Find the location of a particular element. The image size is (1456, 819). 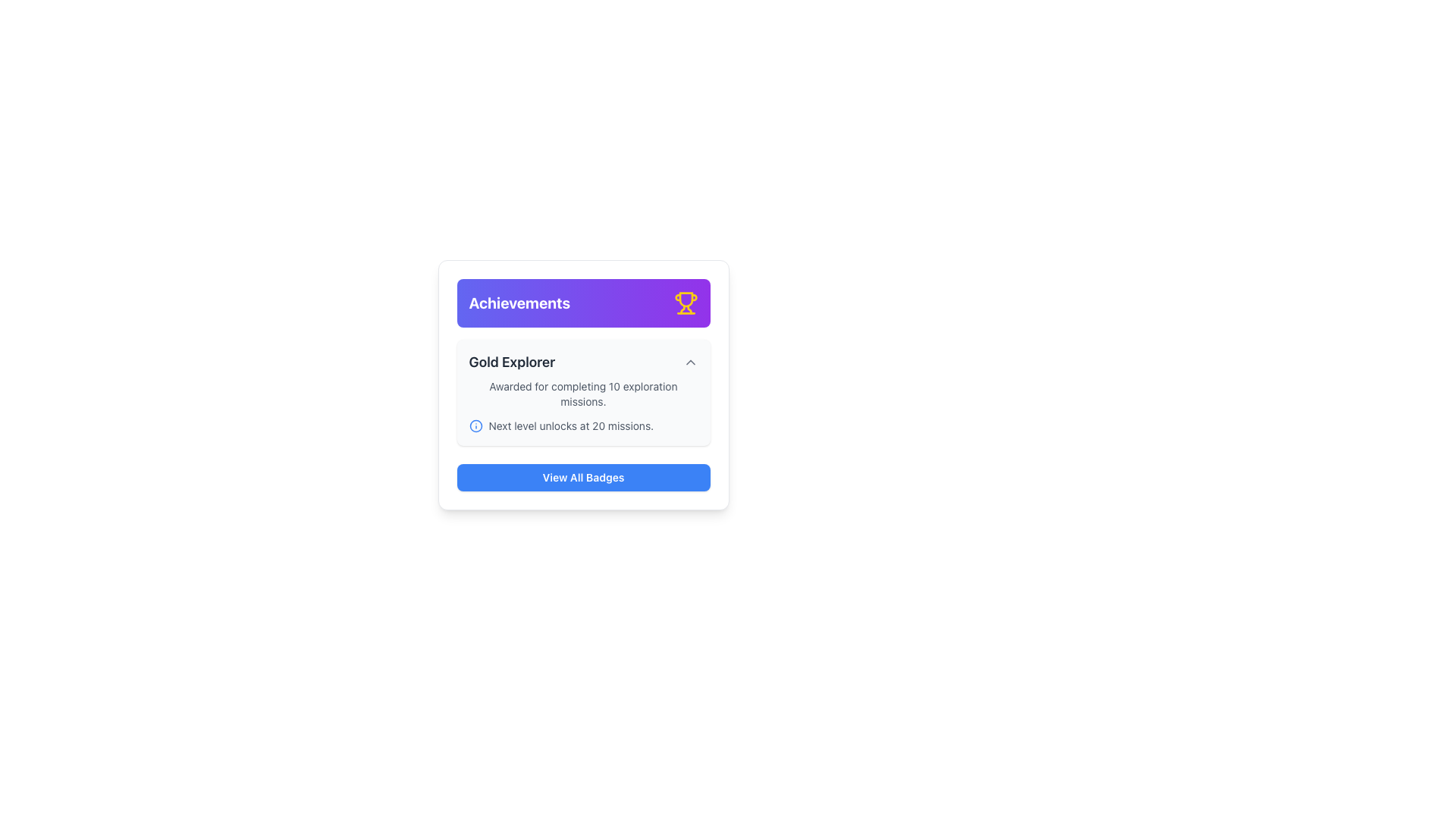

the text label that provides information about the 'Gold Explorer' achievement, located directly below the 'Gold Explorer' header is located at coordinates (582, 394).